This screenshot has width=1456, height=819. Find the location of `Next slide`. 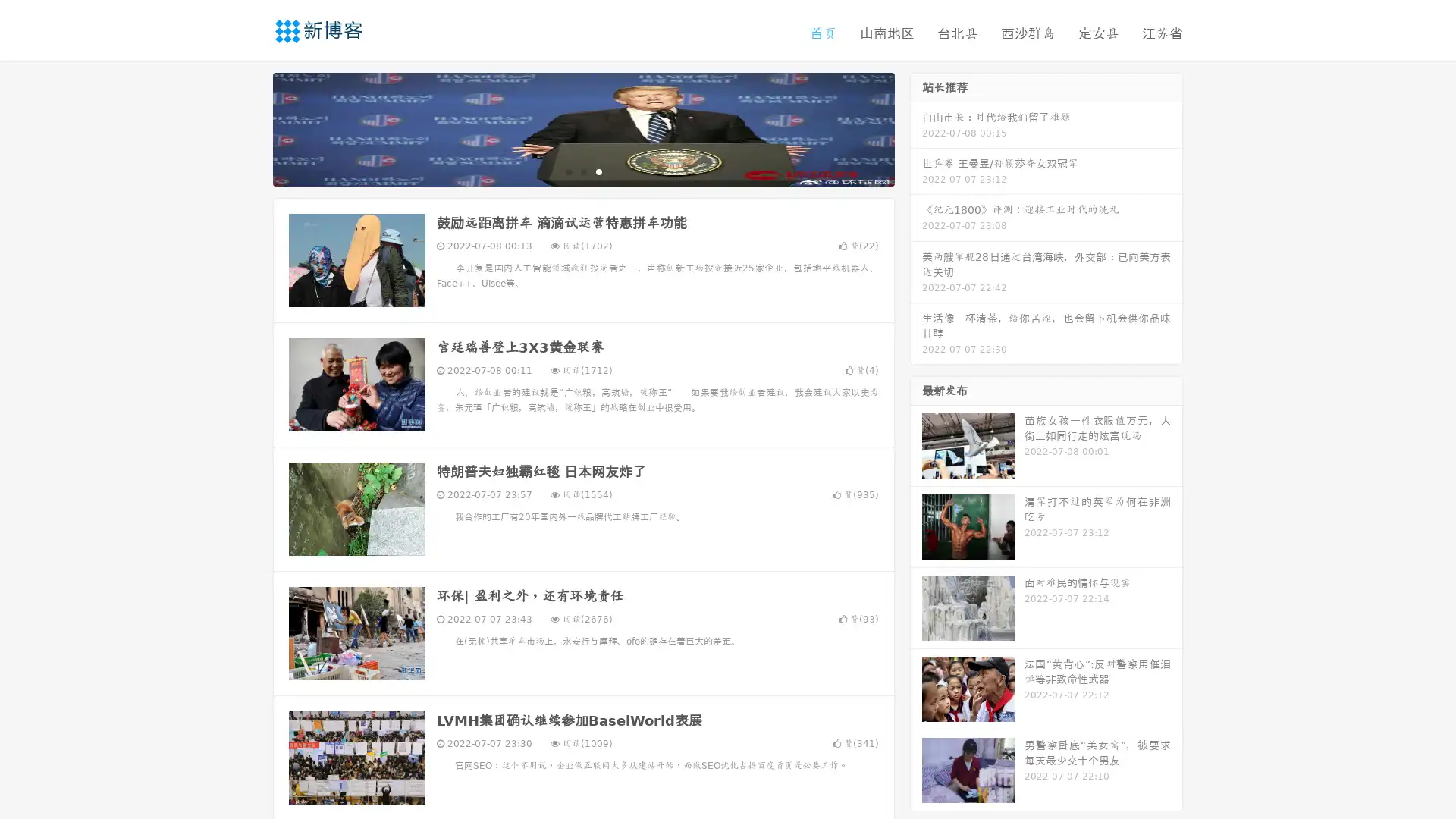

Next slide is located at coordinates (916, 127).